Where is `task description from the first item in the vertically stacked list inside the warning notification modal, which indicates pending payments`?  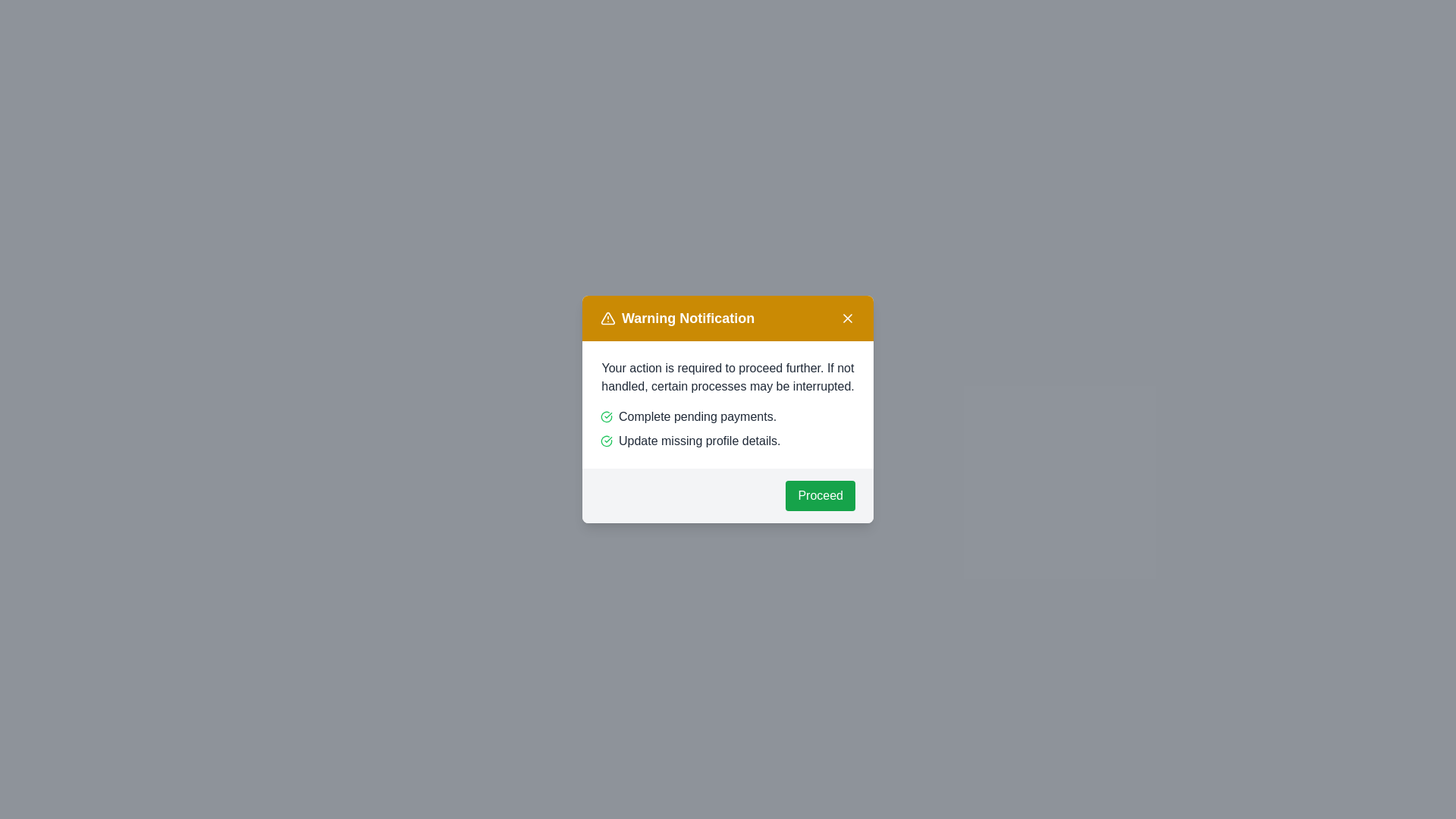 task description from the first item in the vertically stacked list inside the warning notification modal, which indicates pending payments is located at coordinates (728, 417).